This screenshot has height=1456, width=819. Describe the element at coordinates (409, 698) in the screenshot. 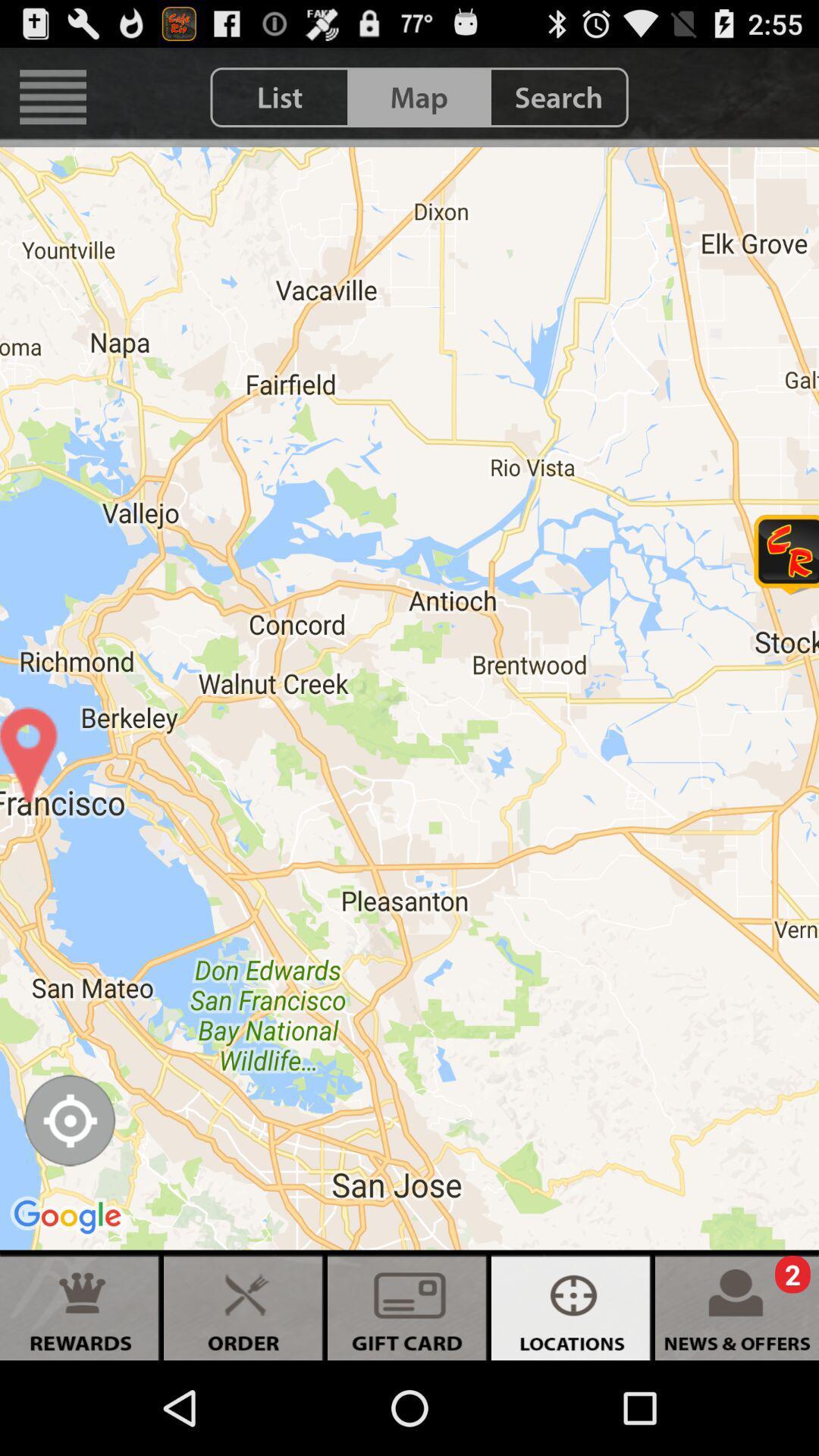

I see `the icon below the list item` at that location.